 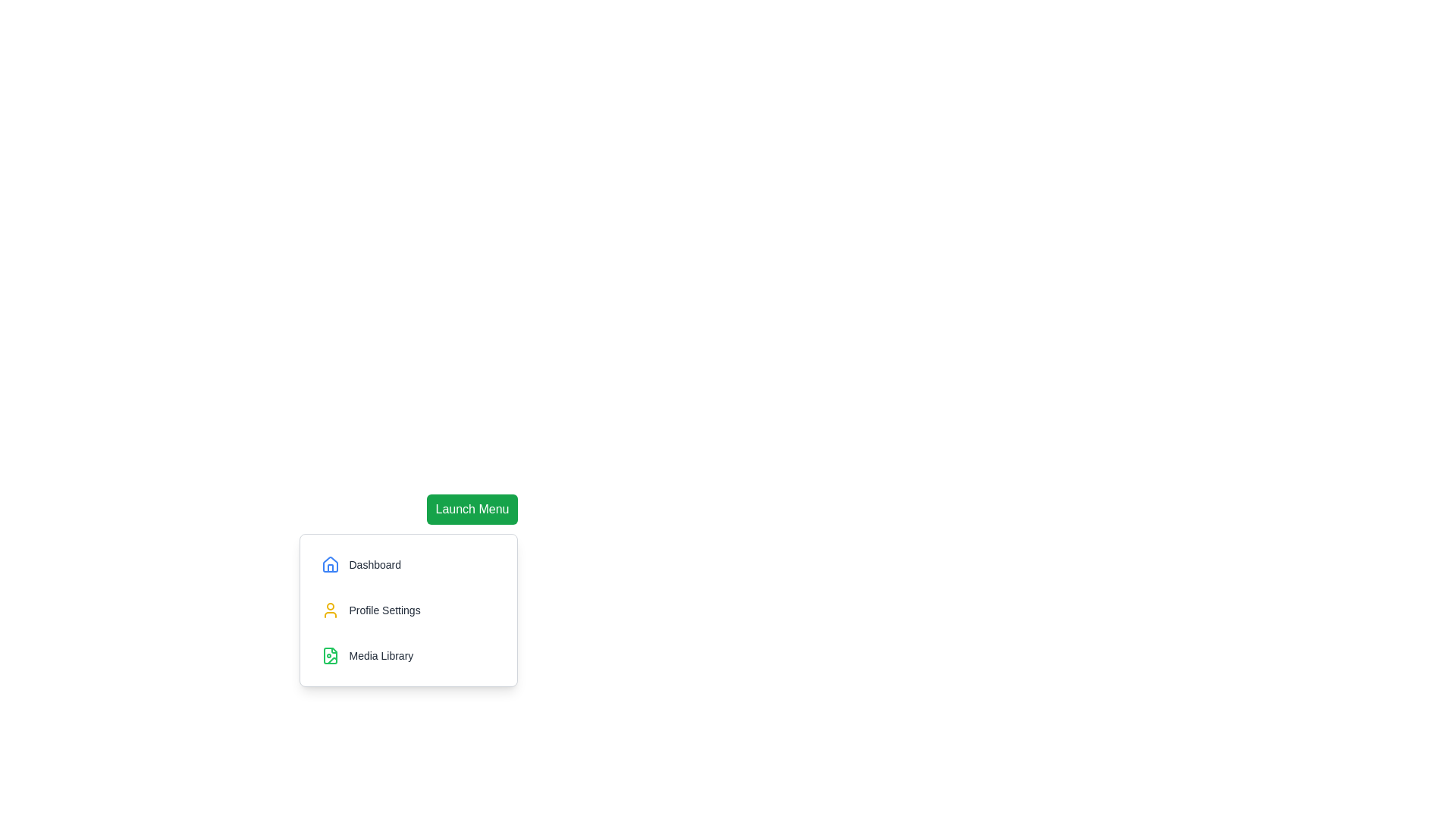 I want to click on the green document icon in the Media Library menu, so click(x=330, y=654).